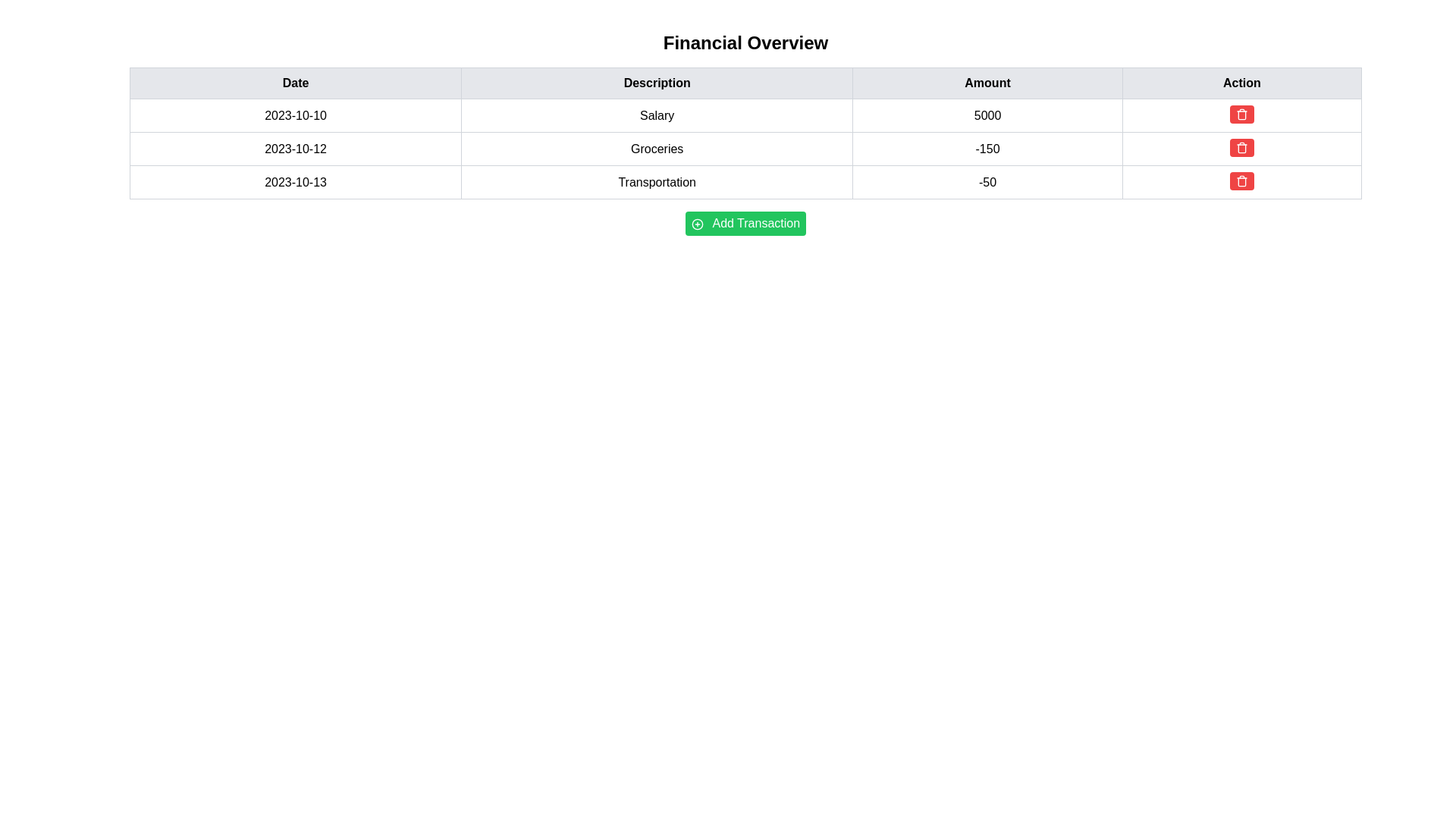  What do you see at coordinates (296, 83) in the screenshot?
I see `the header label for the 'Date' column in the table, located at the top-left corner and aligned with other headers like 'Description', 'Amount', and 'Action'` at bounding box center [296, 83].